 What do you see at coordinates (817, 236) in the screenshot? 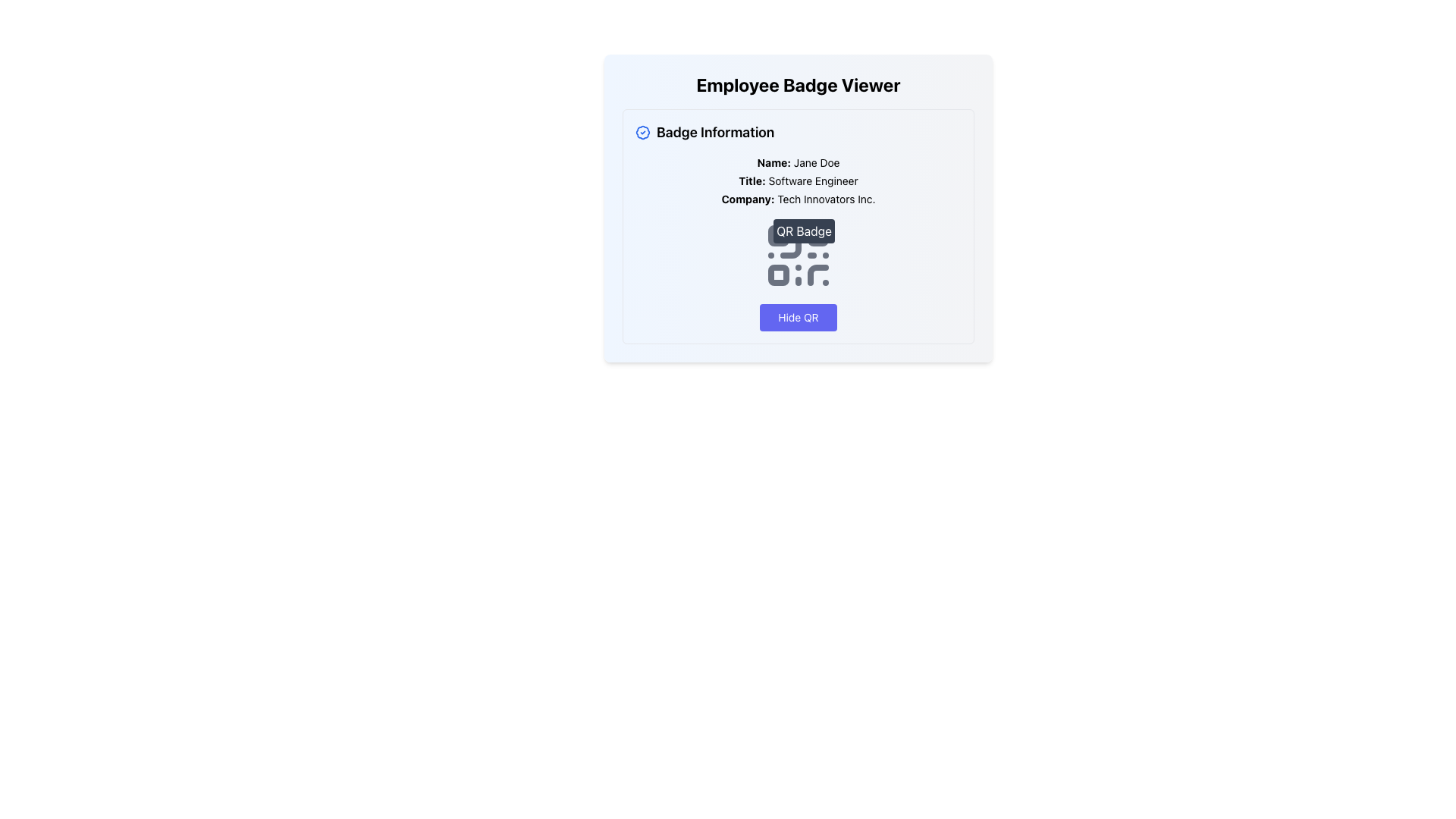
I see `the small square with rounded corners located in the upper right corner of the QR code` at bounding box center [817, 236].